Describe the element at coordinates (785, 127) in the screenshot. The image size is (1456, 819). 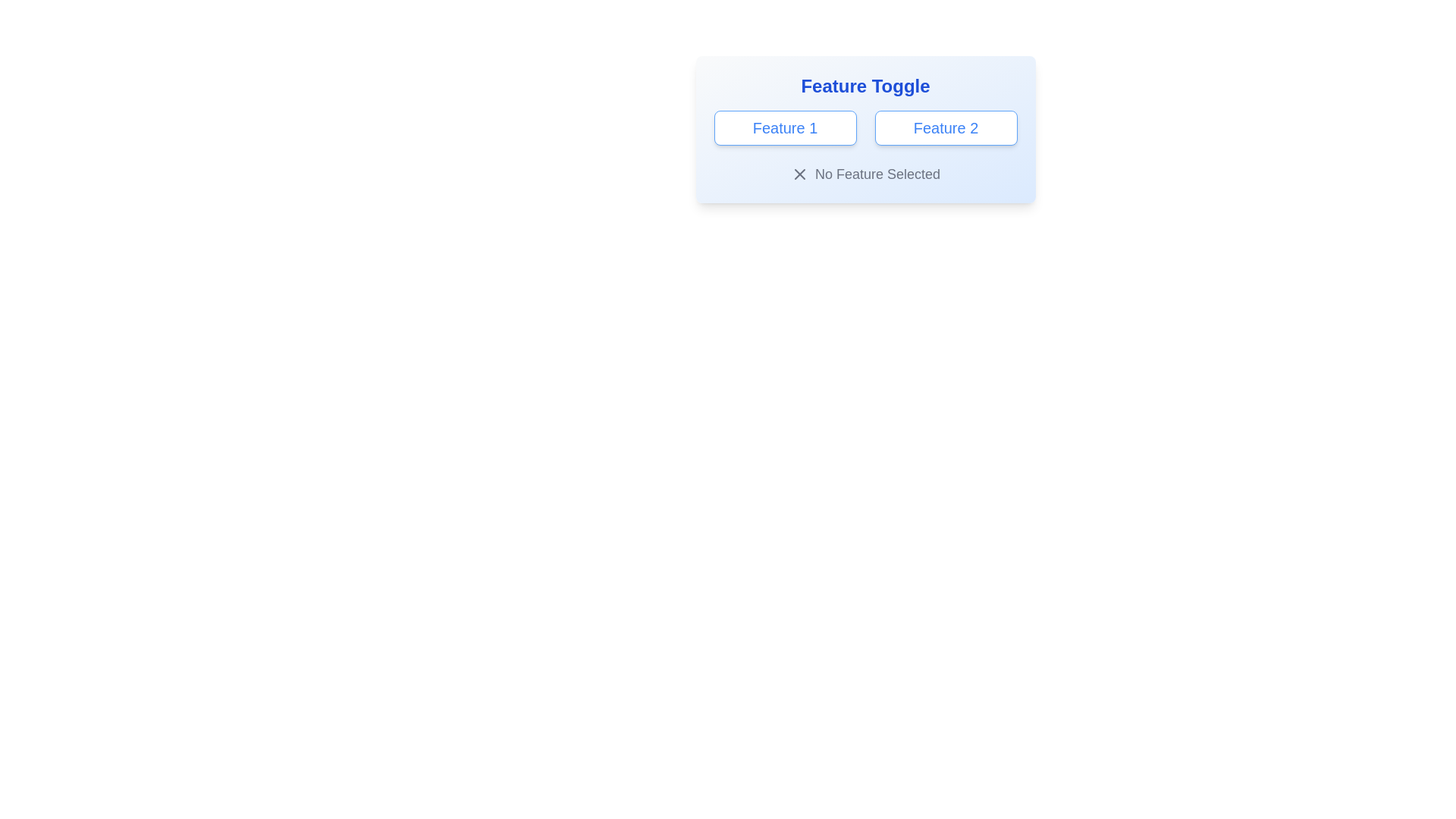
I see `the 'Feature 1' toggle button to observe its hover effects` at that location.